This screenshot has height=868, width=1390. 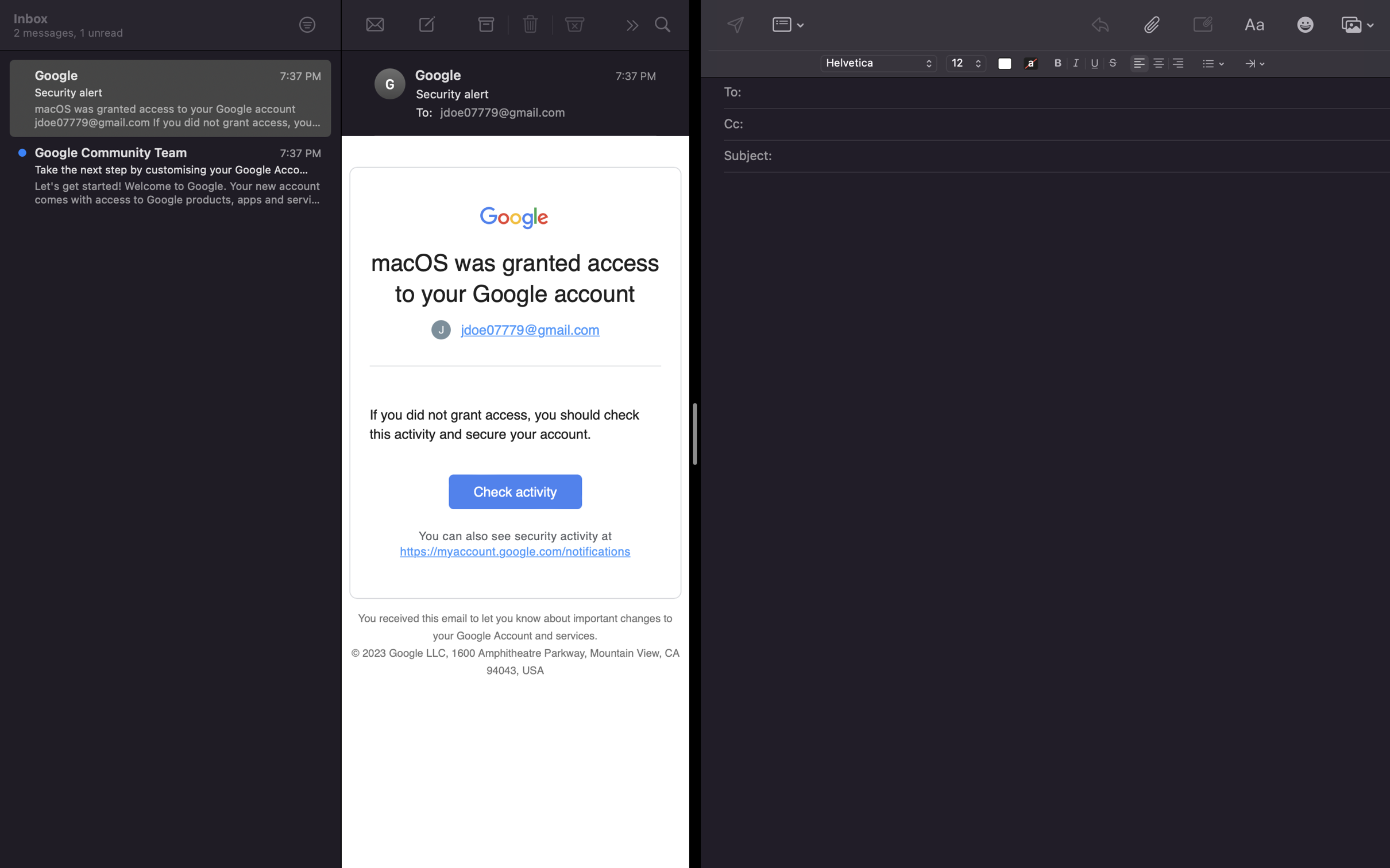 What do you see at coordinates (1065, 93) in the screenshot?
I see `Type "john@gmail.com" as the recipient of the email` at bounding box center [1065, 93].